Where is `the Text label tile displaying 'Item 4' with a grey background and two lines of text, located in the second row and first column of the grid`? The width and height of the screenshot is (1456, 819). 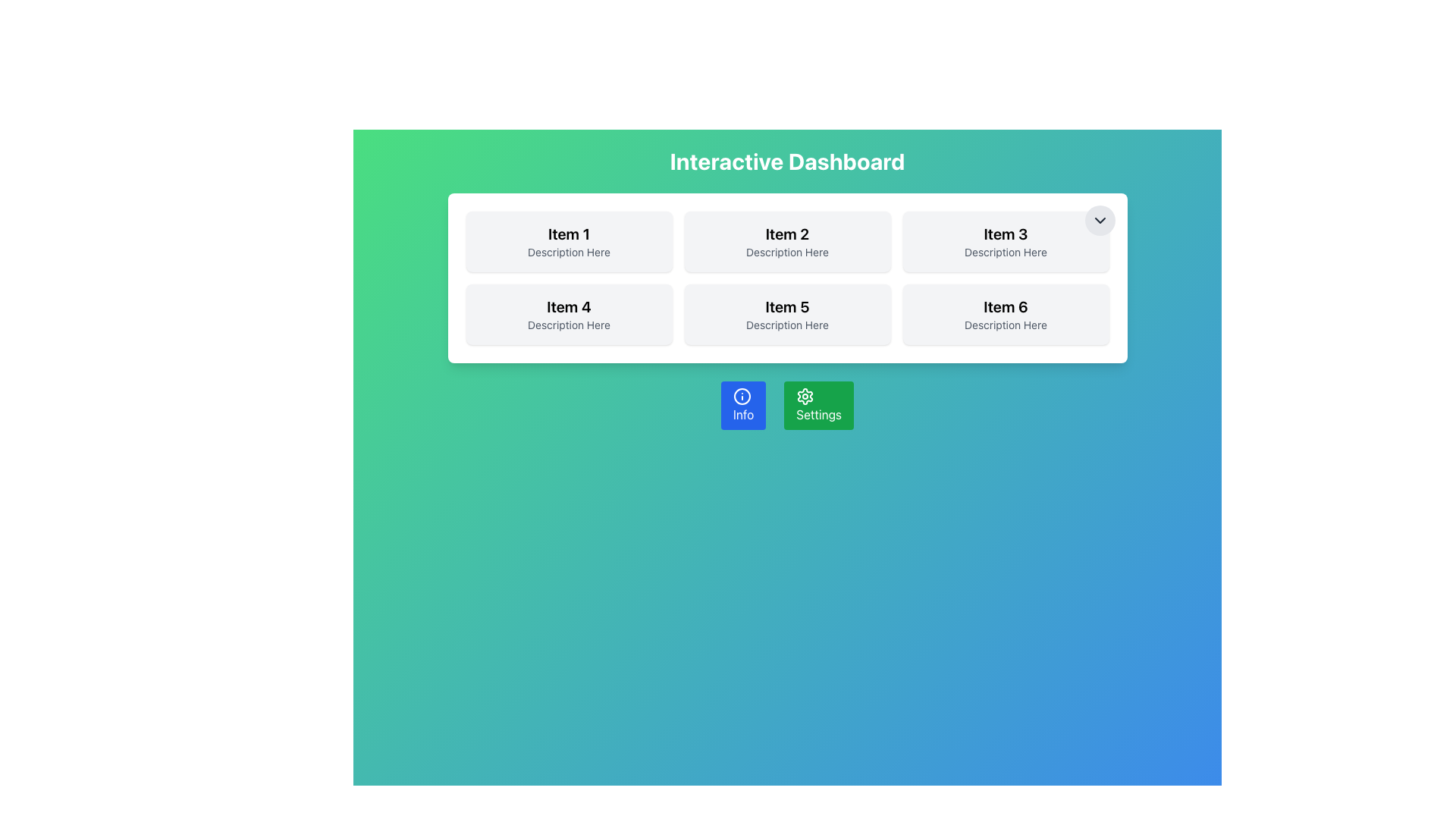 the Text label tile displaying 'Item 4' with a grey background and two lines of text, located in the second row and first column of the grid is located at coordinates (568, 314).